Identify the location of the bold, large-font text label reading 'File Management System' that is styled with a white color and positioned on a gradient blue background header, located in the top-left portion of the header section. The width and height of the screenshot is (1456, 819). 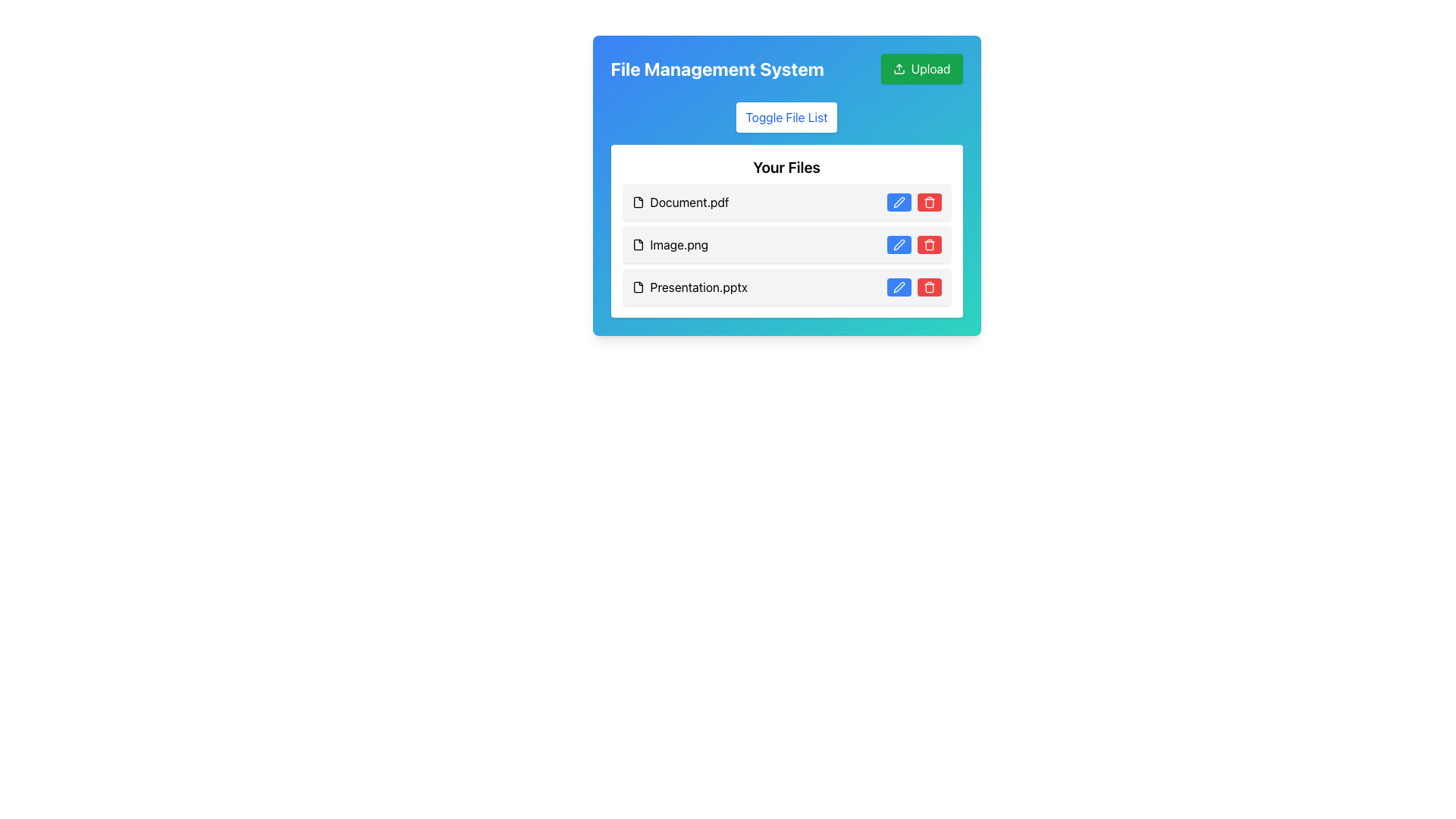
(717, 69).